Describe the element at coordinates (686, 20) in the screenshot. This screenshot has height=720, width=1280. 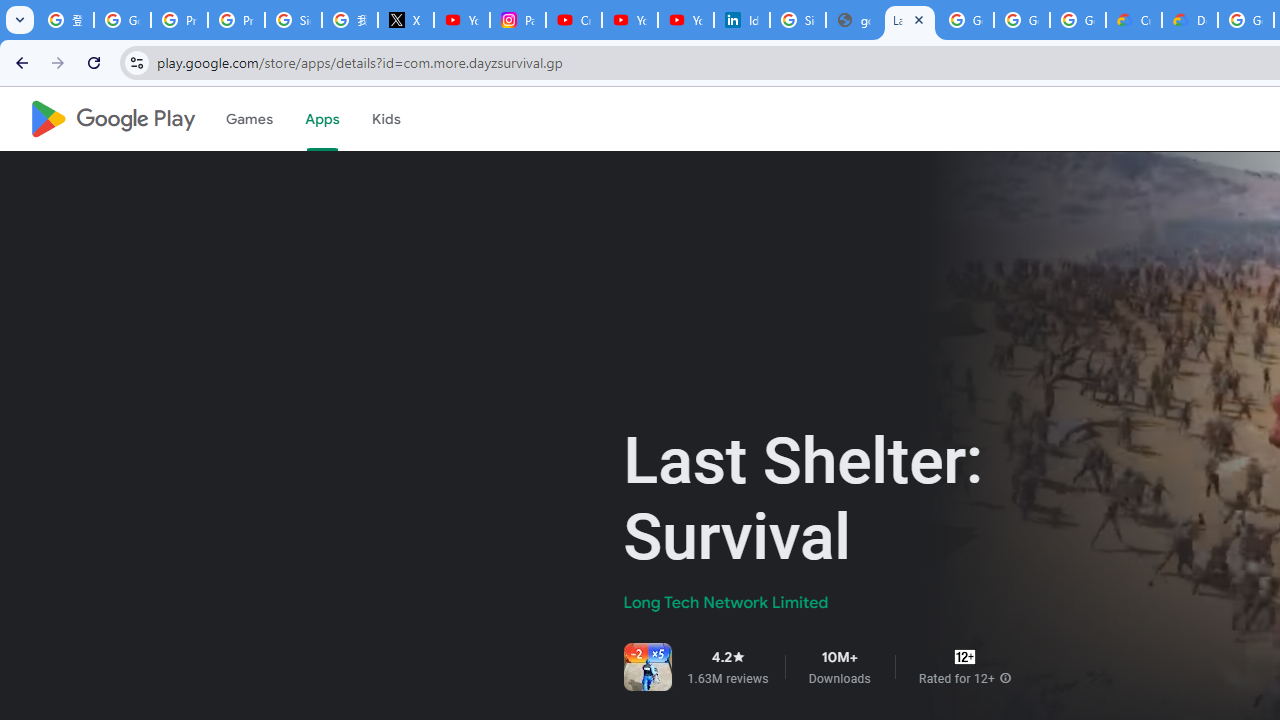
I see `'YouTube Culture & Trends - YouTube Top 10, 2021'` at that location.